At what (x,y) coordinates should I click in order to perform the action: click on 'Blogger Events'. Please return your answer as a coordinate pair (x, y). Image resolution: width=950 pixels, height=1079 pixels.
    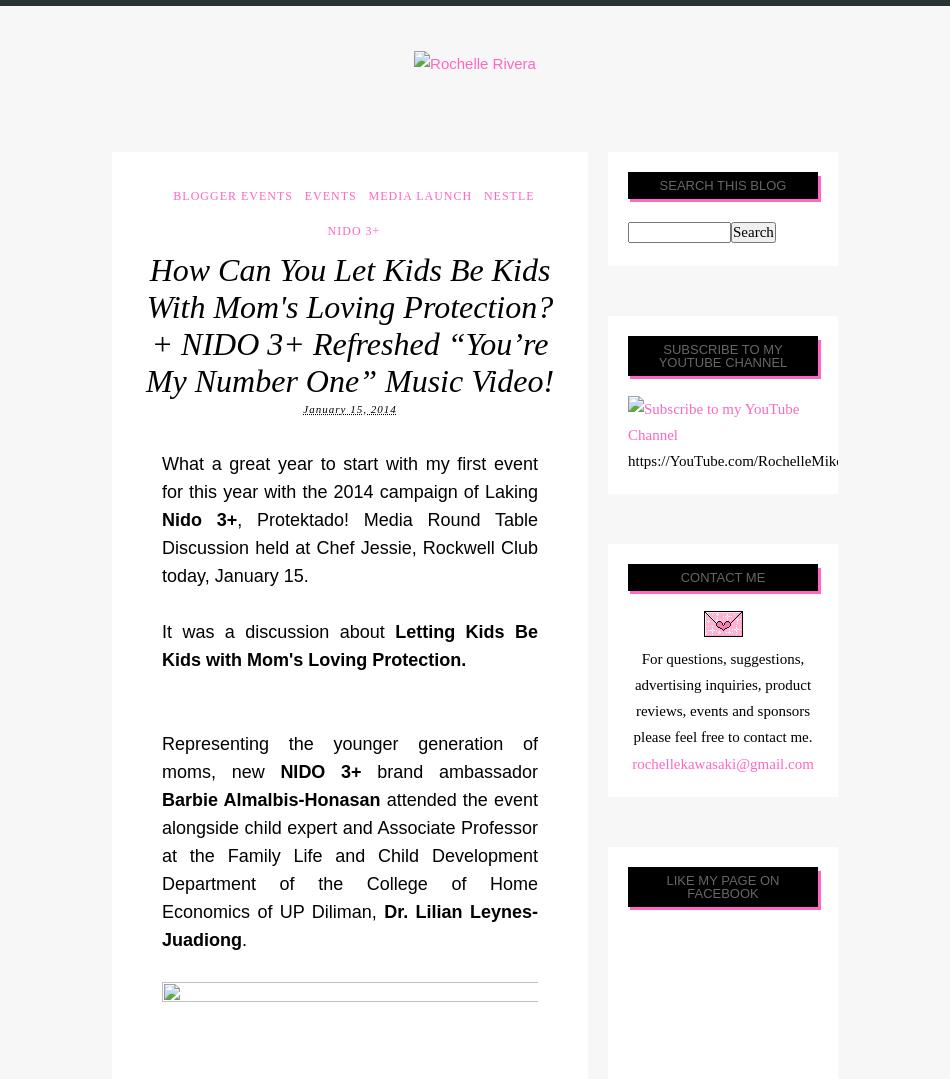
    Looking at the image, I should click on (233, 195).